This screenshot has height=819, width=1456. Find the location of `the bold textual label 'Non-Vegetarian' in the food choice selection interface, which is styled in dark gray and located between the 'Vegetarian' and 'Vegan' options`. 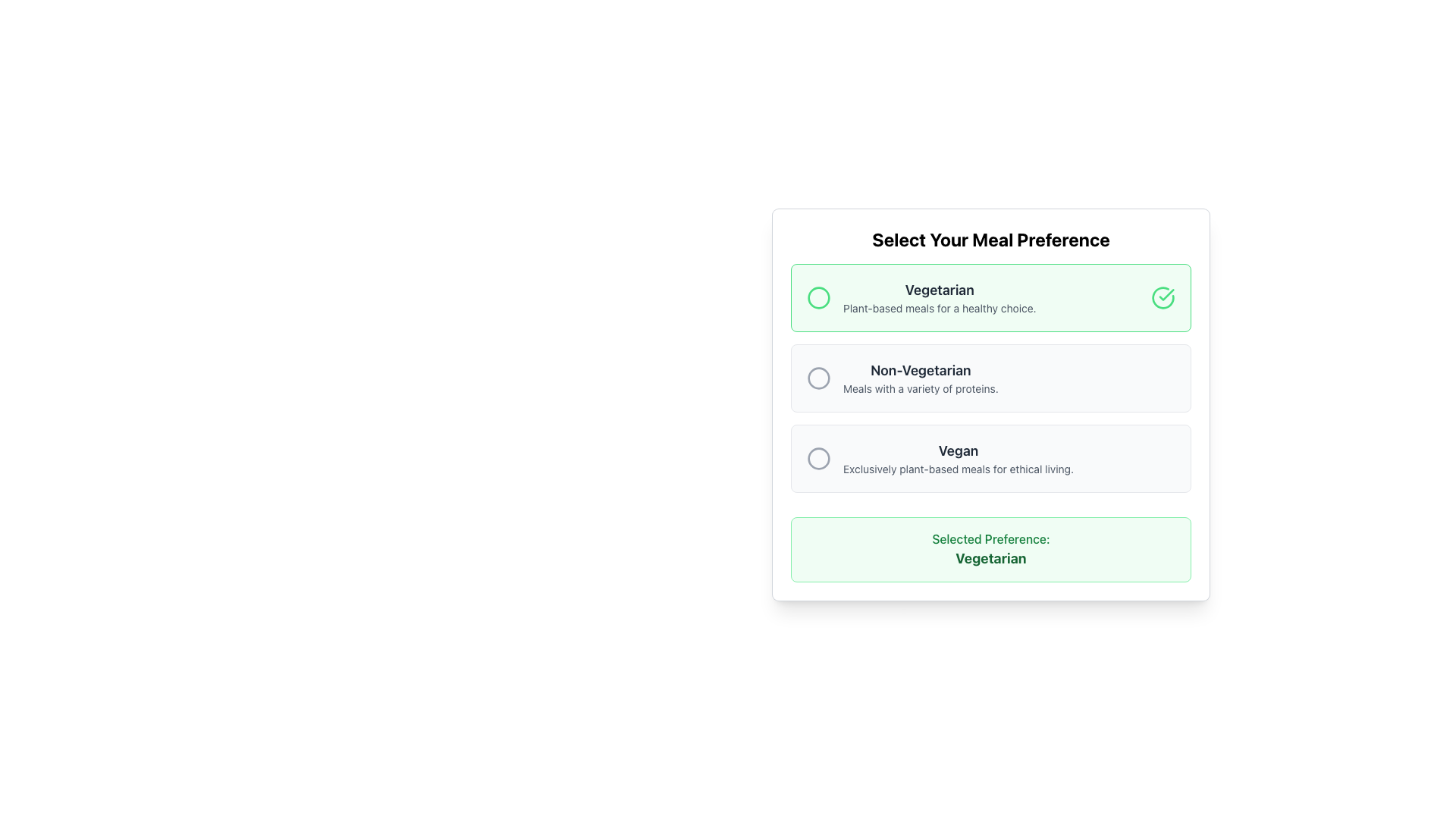

the bold textual label 'Non-Vegetarian' in the food choice selection interface, which is styled in dark gray and located between the 'Vegetarian' and 'Vegan' options is located at coordinates (920, 371).